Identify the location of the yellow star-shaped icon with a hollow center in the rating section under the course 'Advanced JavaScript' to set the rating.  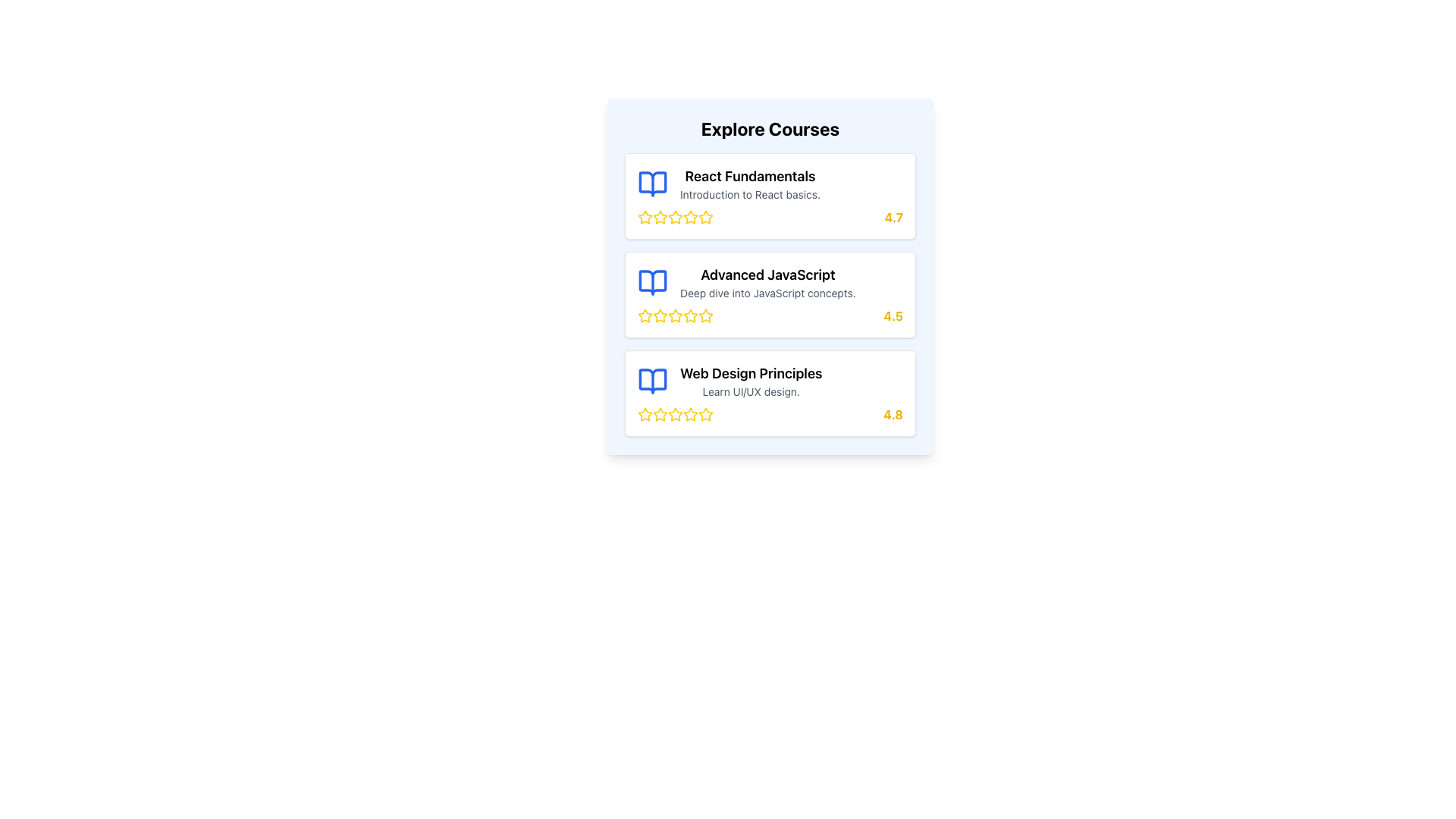
(645, 315).